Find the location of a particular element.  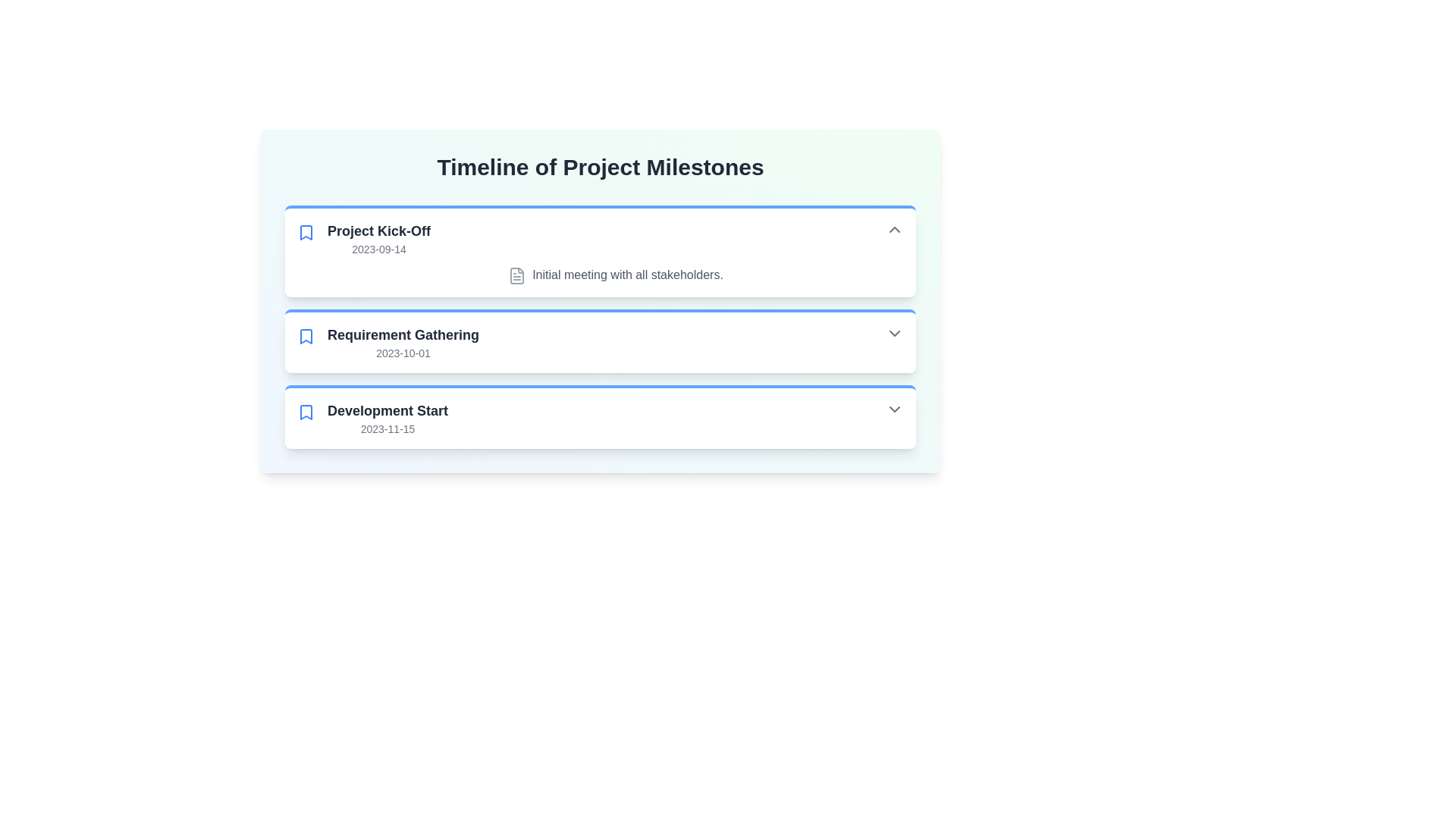

the card displaying 'Requirement Gathering' in the 'Timeline of Project Milestones' section is located at coordinates (600, 339).